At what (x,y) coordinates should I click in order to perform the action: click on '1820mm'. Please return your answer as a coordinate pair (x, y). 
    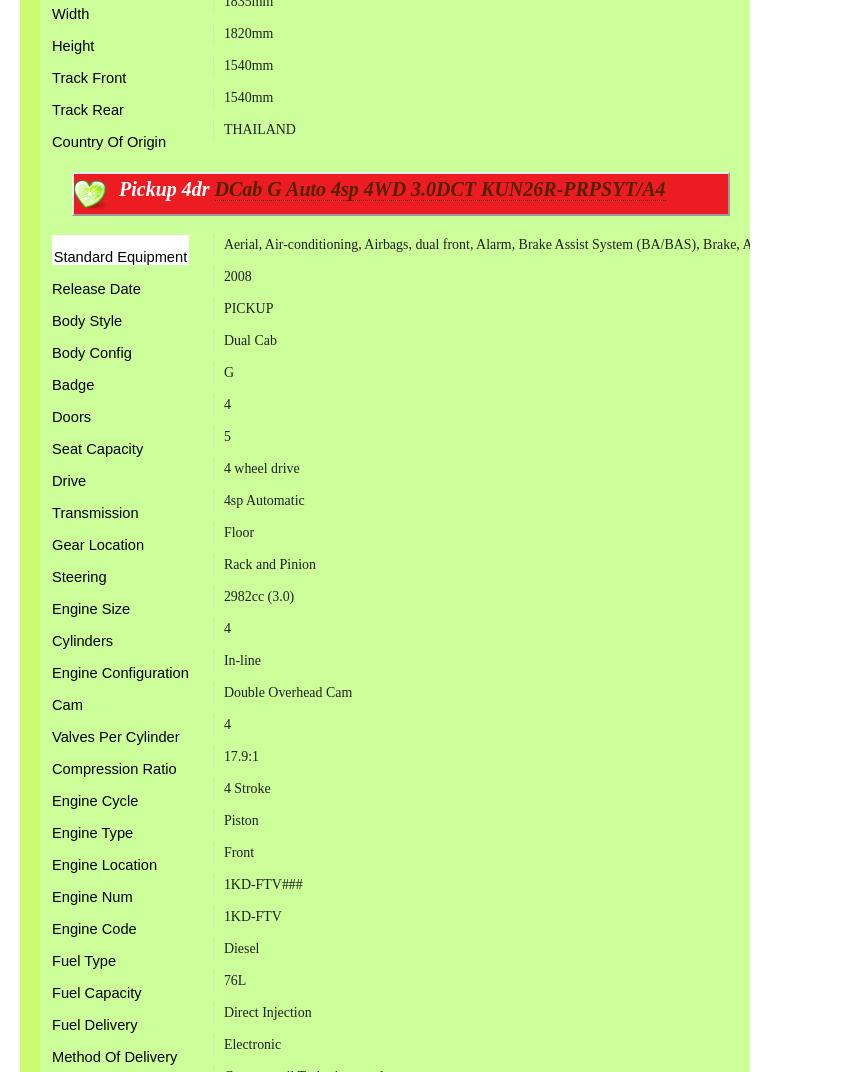
    Looking at the image, I should click on (247, 32).